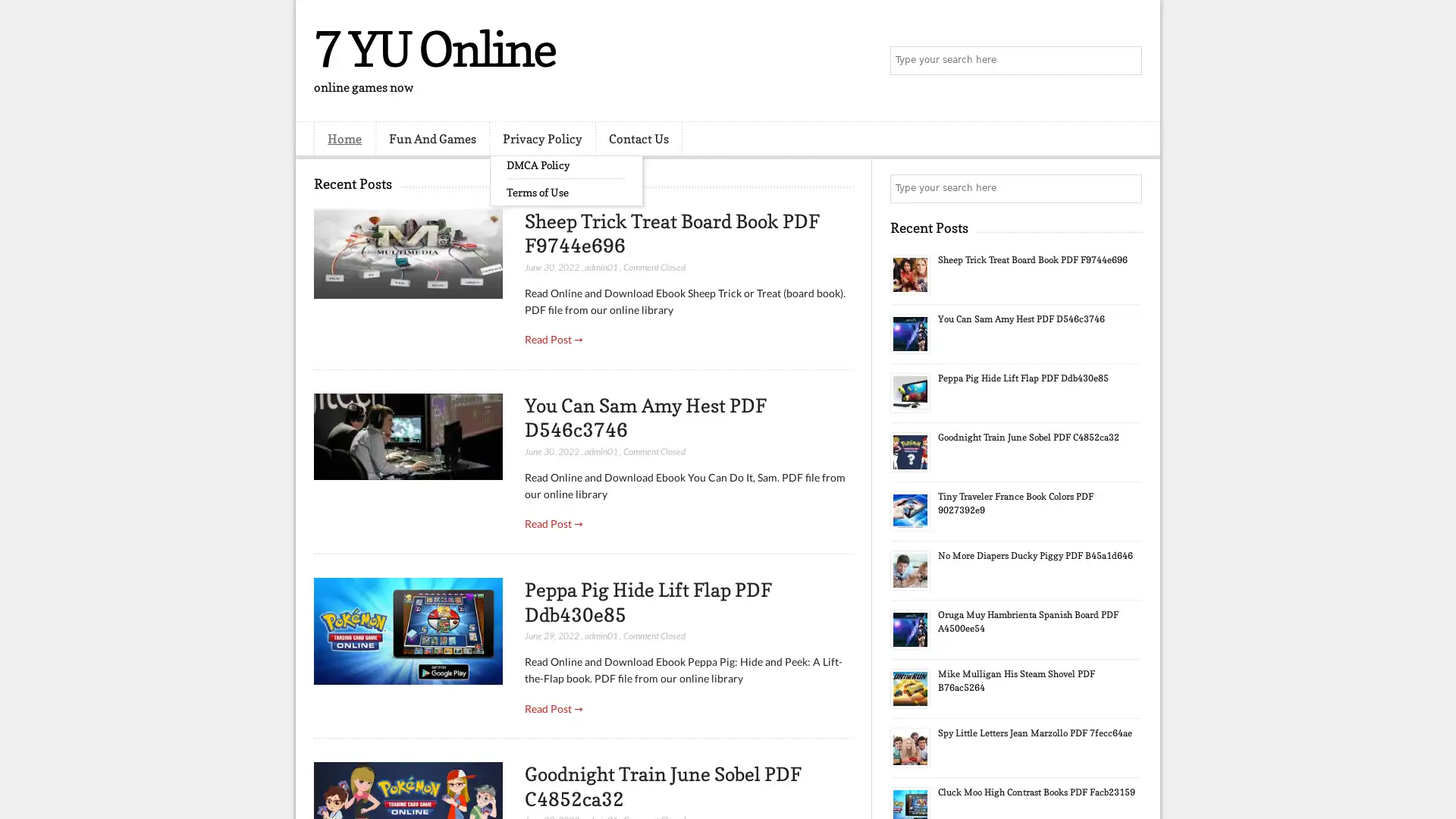 This screenshot has width=1456, height=819. I want to click on Search, so click(1126, 61).